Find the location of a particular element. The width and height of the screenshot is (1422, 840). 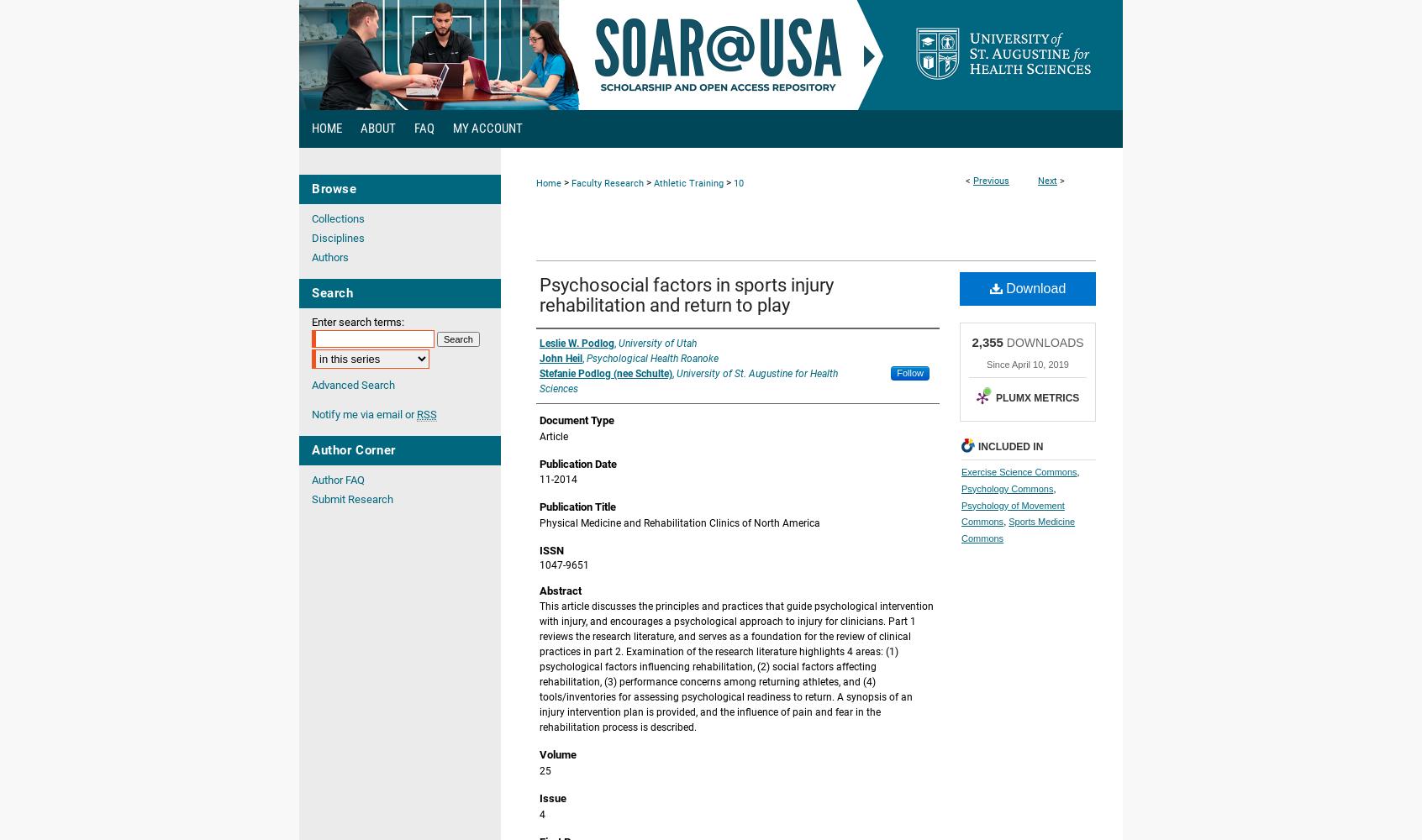

'25' is located at coordinates (545, 771).